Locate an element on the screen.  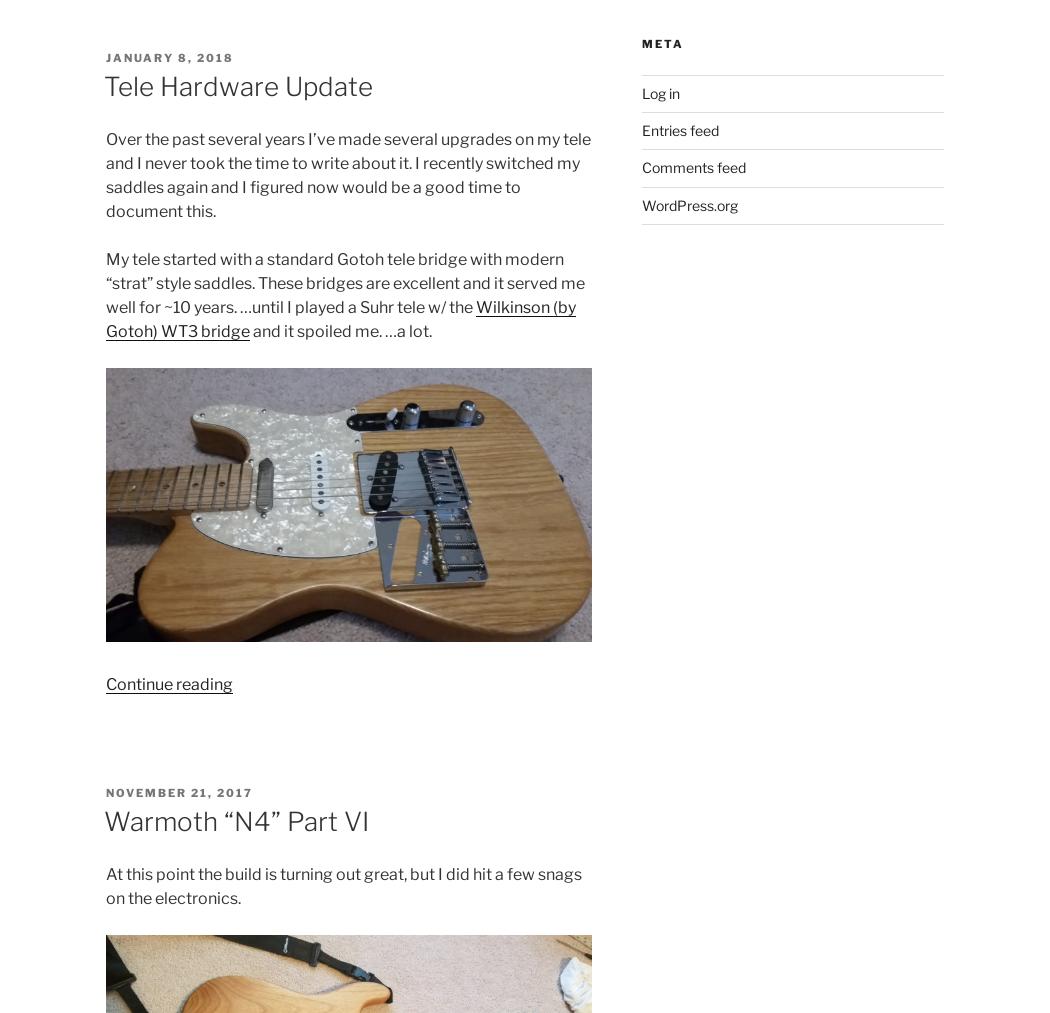
'At this point the build is turning out great, but I did hit a few snags on the electronics.' is located at coordinates (342, 884).